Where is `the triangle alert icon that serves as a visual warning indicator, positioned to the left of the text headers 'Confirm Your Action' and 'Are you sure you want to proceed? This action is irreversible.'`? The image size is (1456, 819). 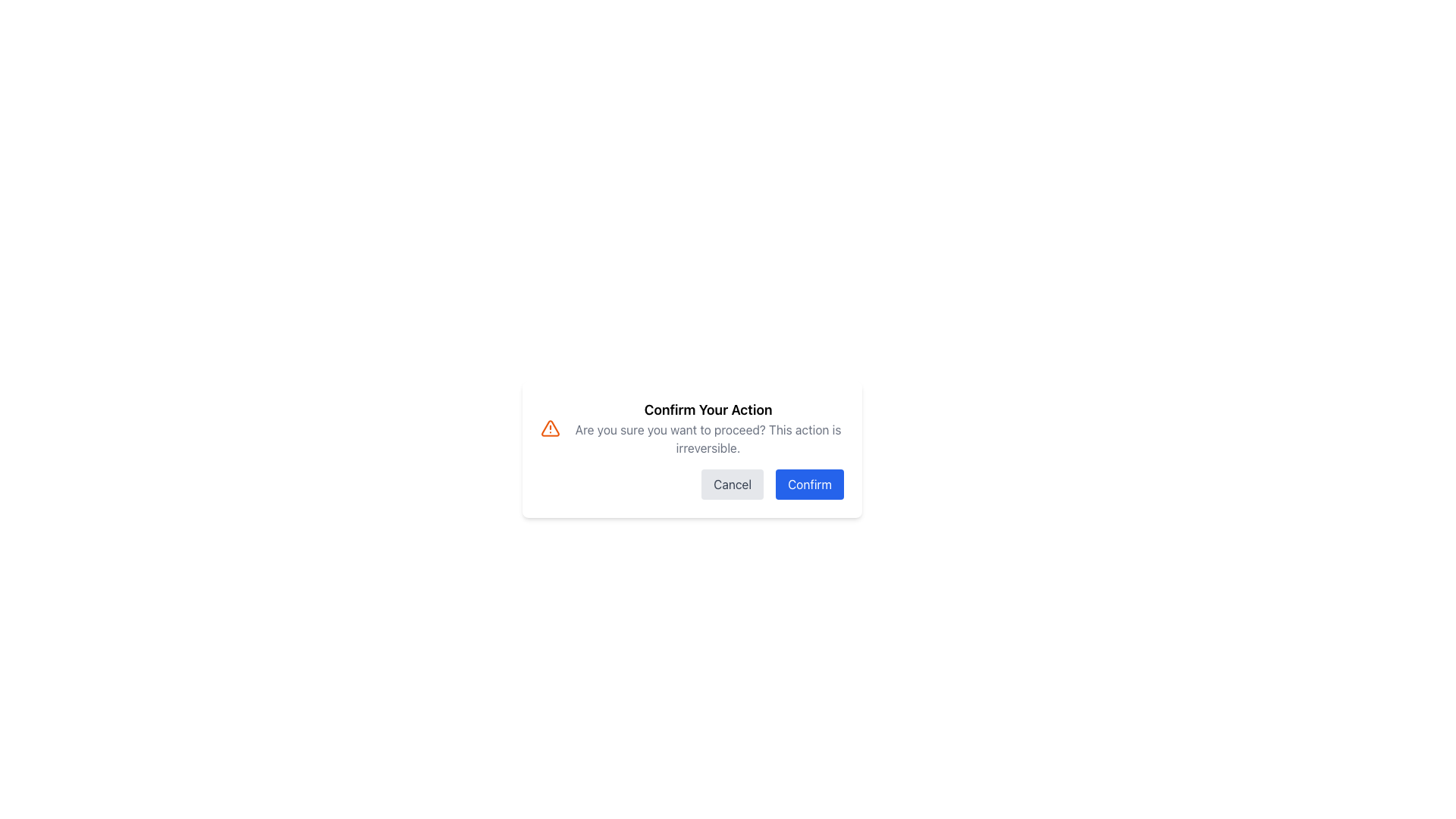 the triangle alert icon that serves as a visual warning indicator, positioned to the left of the text headers 'Confirm Your Action' and 'Are you sure you want to proceed? This action is irreversible.' is located at coordinates (549, 428).